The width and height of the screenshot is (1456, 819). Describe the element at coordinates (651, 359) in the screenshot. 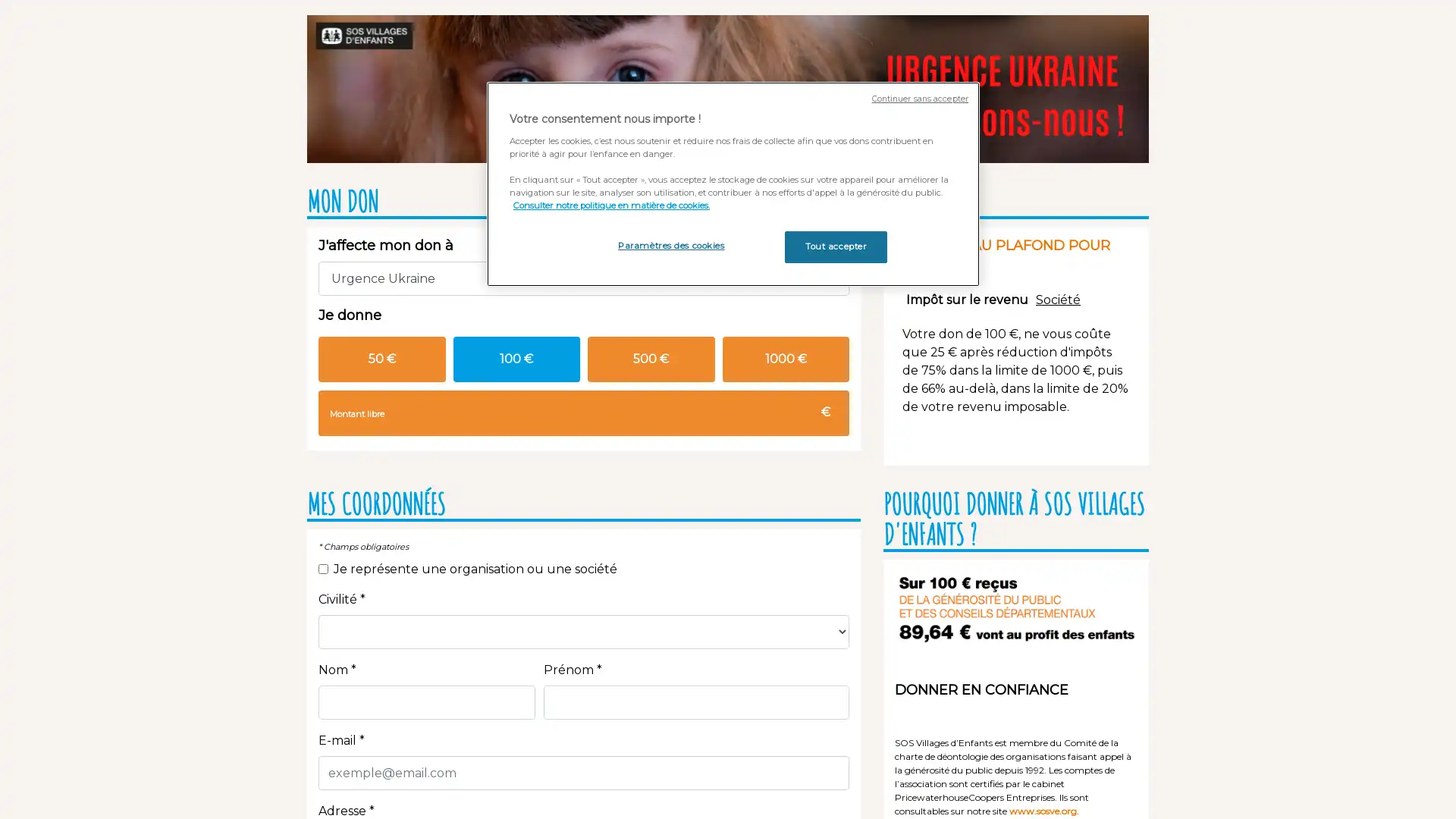

I see `500` at that location.